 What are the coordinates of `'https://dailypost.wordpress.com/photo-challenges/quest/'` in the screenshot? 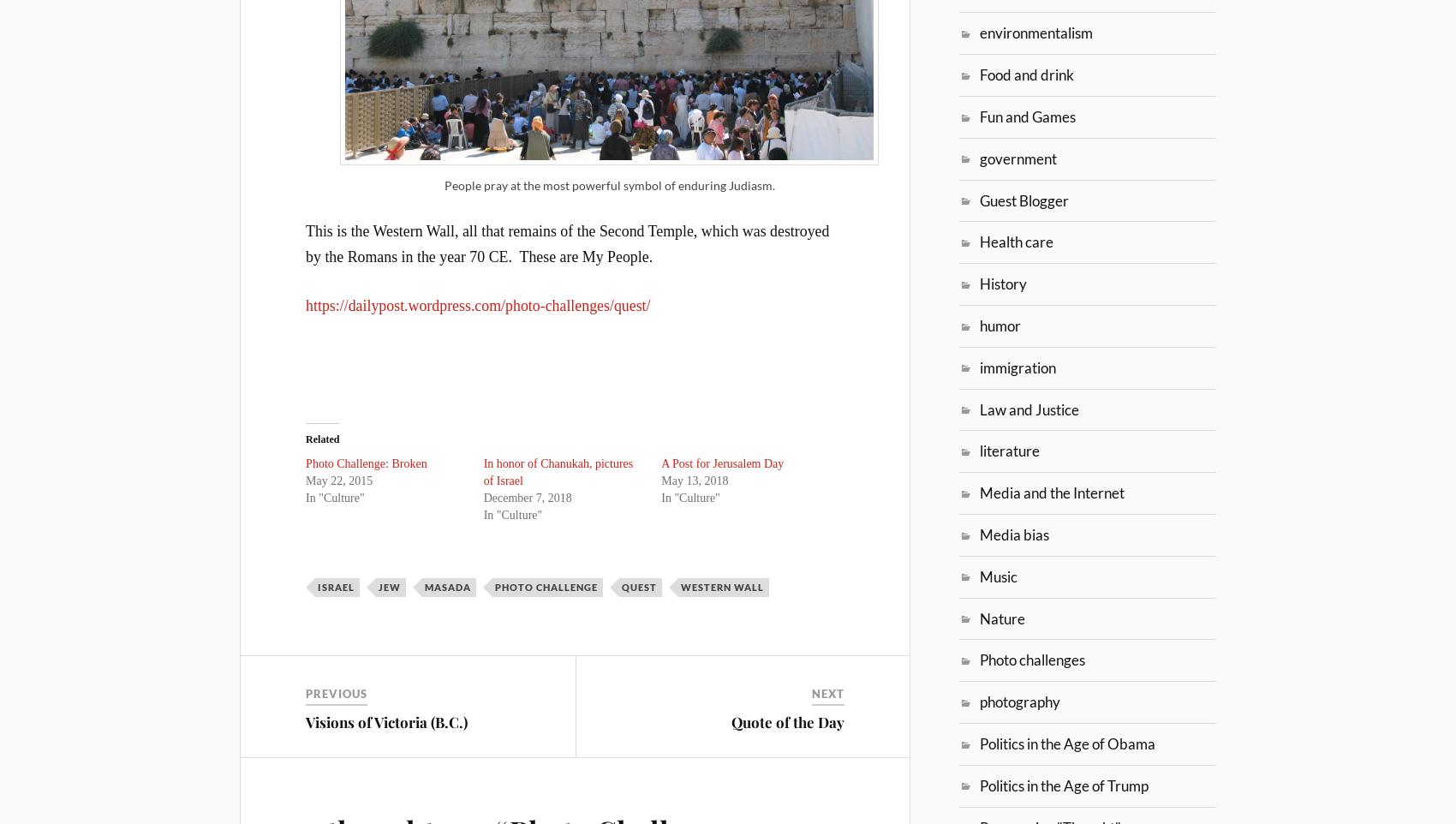 It's located at (476, 305).